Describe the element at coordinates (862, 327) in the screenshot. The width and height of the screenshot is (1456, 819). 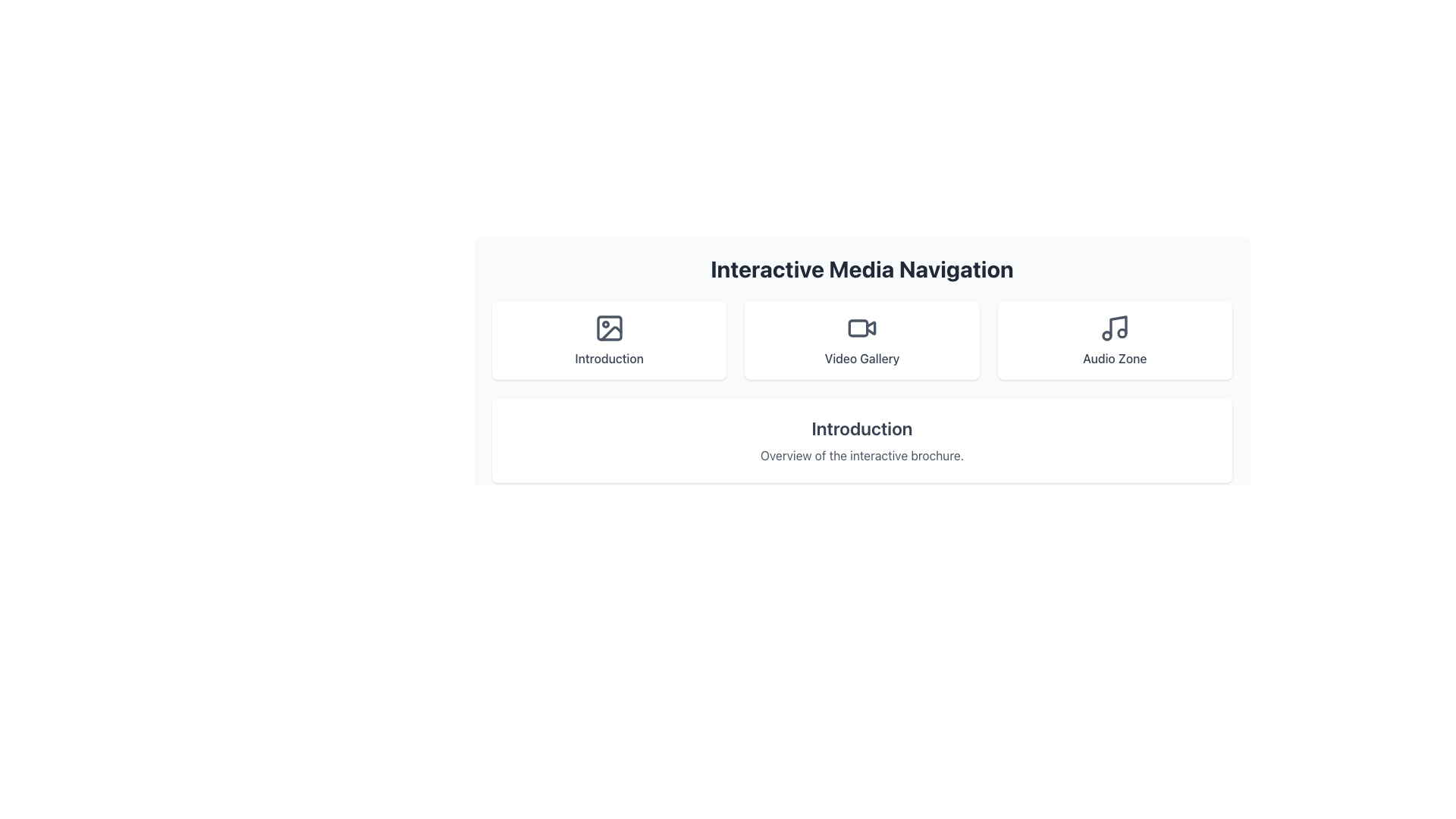
I see `the icon representing the video gallery feature, located above the label 'Video Gallery' in the central column of the interactive media navigation menu` at that location.